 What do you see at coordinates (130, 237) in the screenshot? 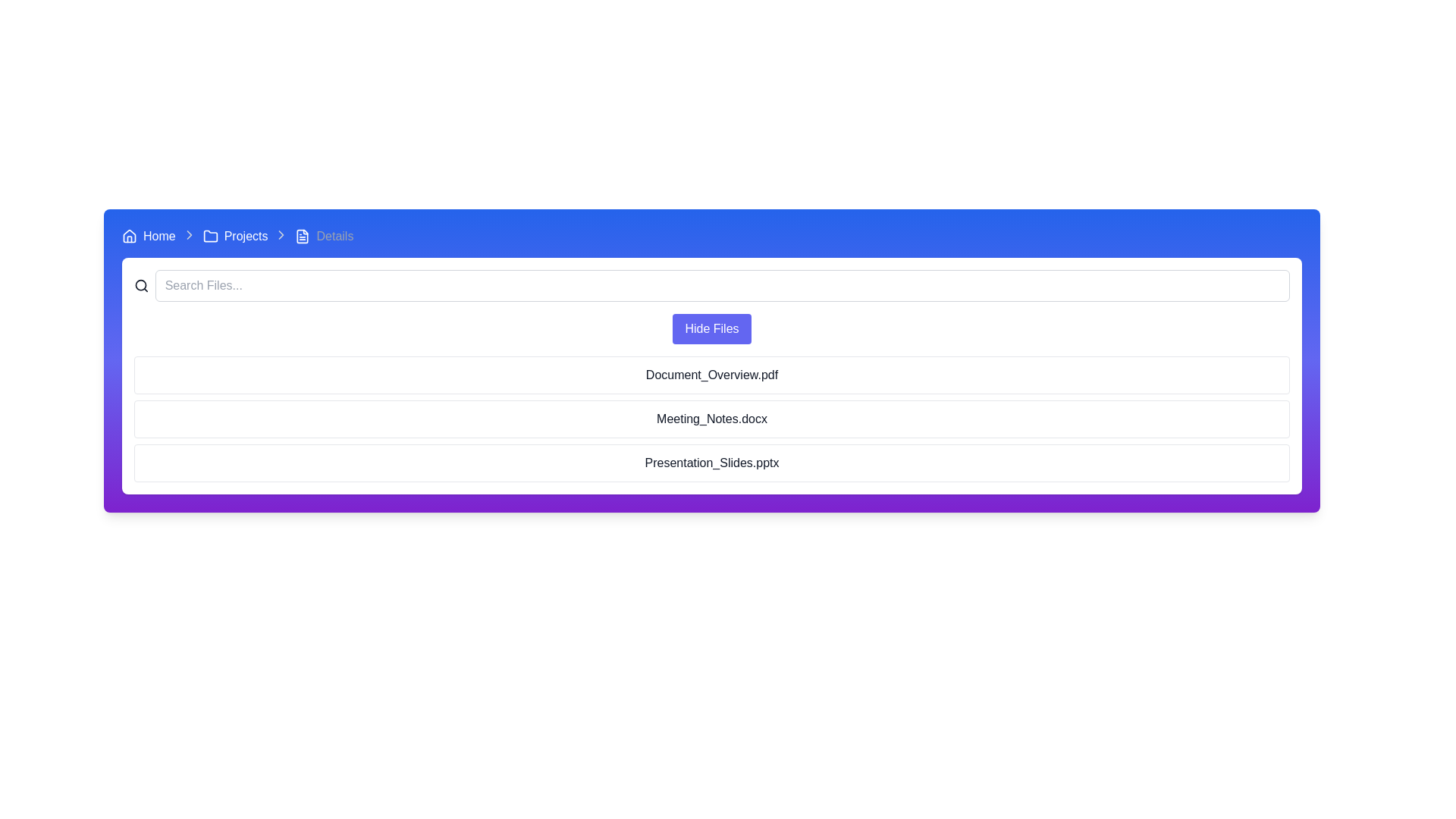
I see `the house-like icon located at the far left within the navigation bar` at bounding box center [130, 237].